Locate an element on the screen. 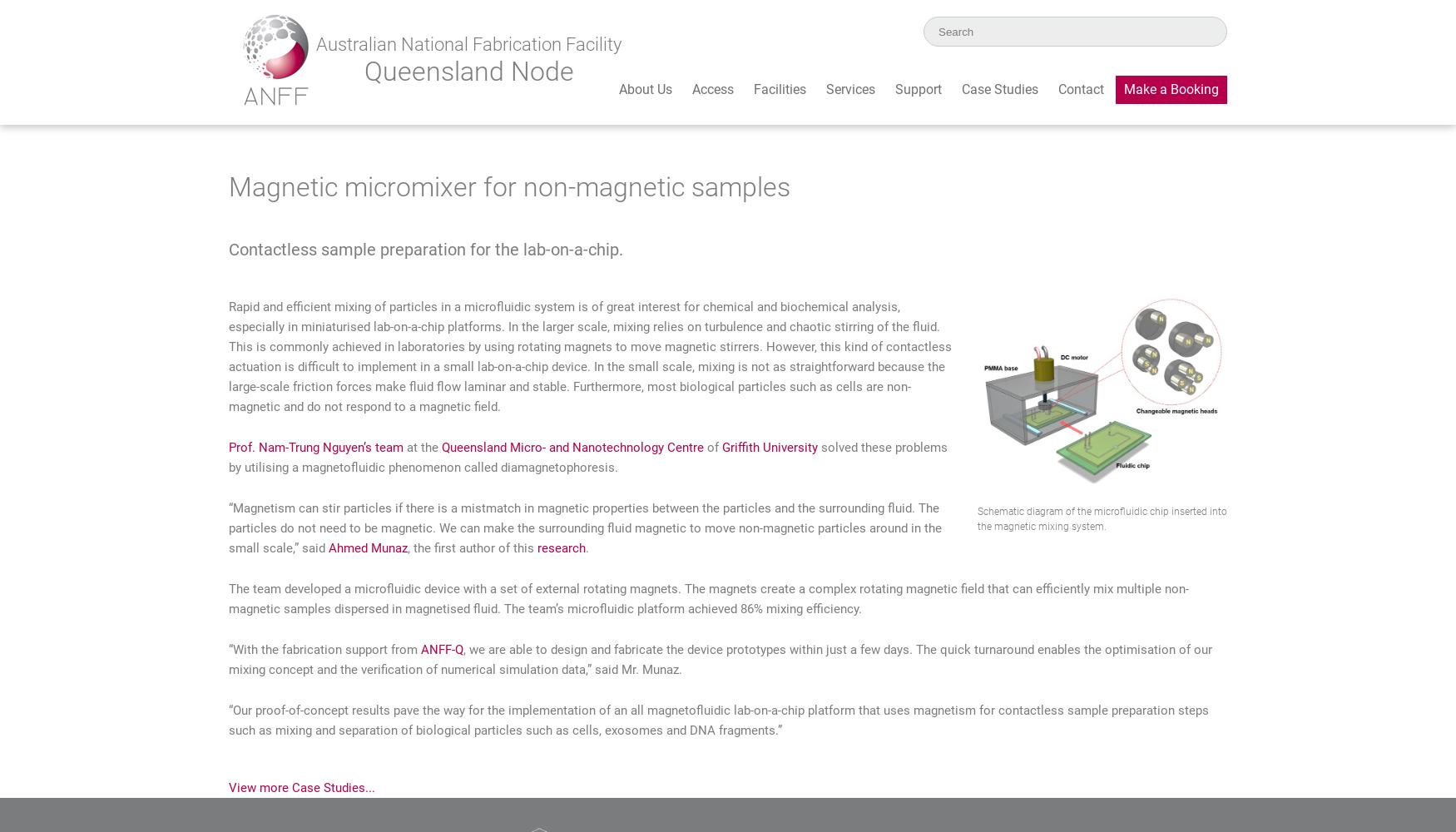 The width and height of the screenshot is (1456, 832). 'Rapid and efficient mixing of particles in a microfluidic system is of great interest for chemical and biochemical analysis, especially in miniaturised lab-on-a-chip platforms. In the larger scale, mixing relies on turbulence and chaotic stirring of the fluid. This is commonly achieved in laboratories by using rotating magnets to move magnetic stirrers. However, this kind of contactless actuation is difficult to implement in a small lab-on-a-chip device. In the small scale, mixing is not as straightforward because the large-scale friction forces make fluid flow laminar and stable. Furthermore, most biological particles such as cells are non-magnetic and do not respond to a magnetic field.' is located at coordinates (590, 356).